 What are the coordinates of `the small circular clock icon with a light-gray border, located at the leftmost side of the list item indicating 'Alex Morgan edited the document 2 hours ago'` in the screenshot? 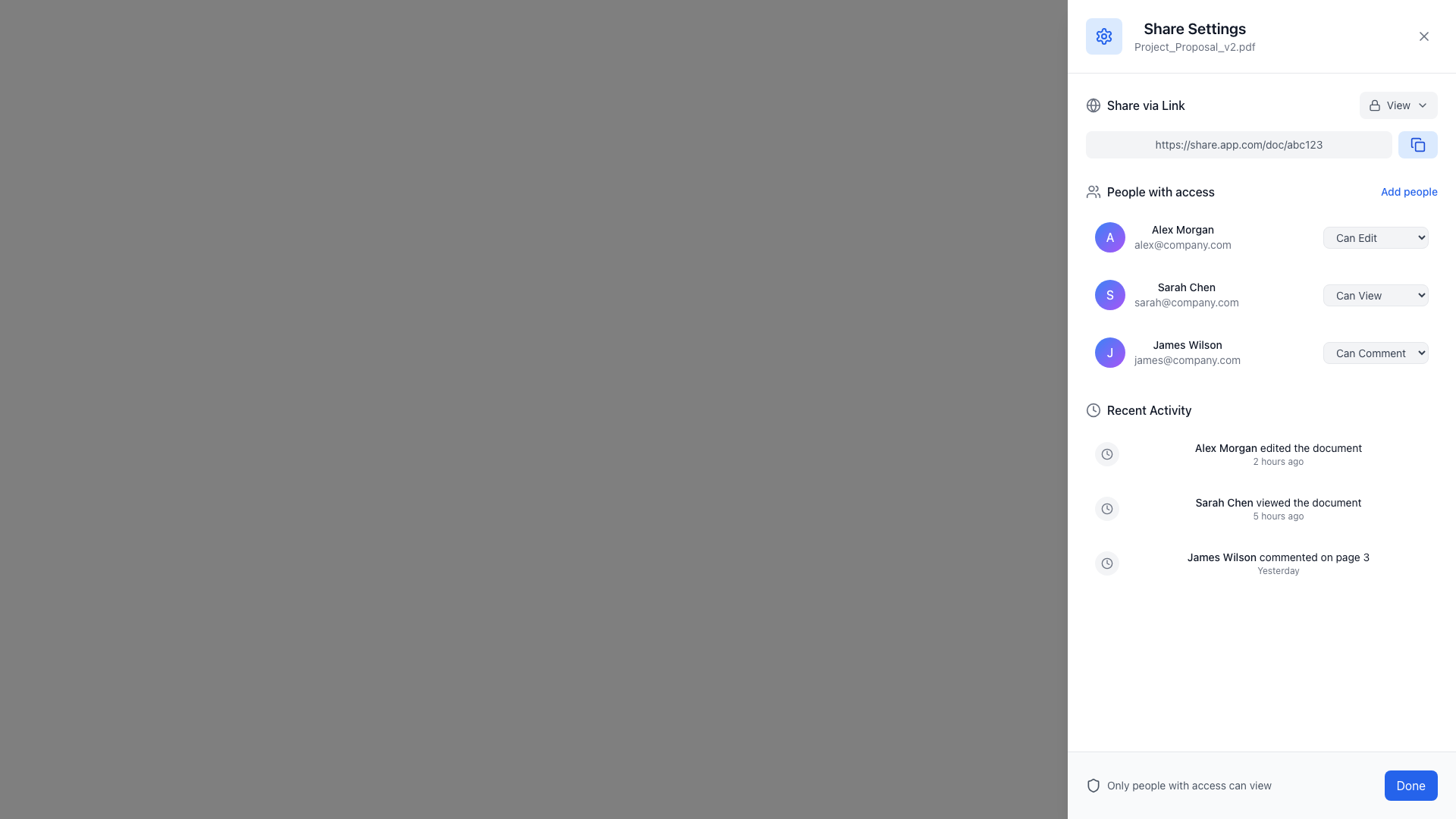 It's located at (1106, 453).